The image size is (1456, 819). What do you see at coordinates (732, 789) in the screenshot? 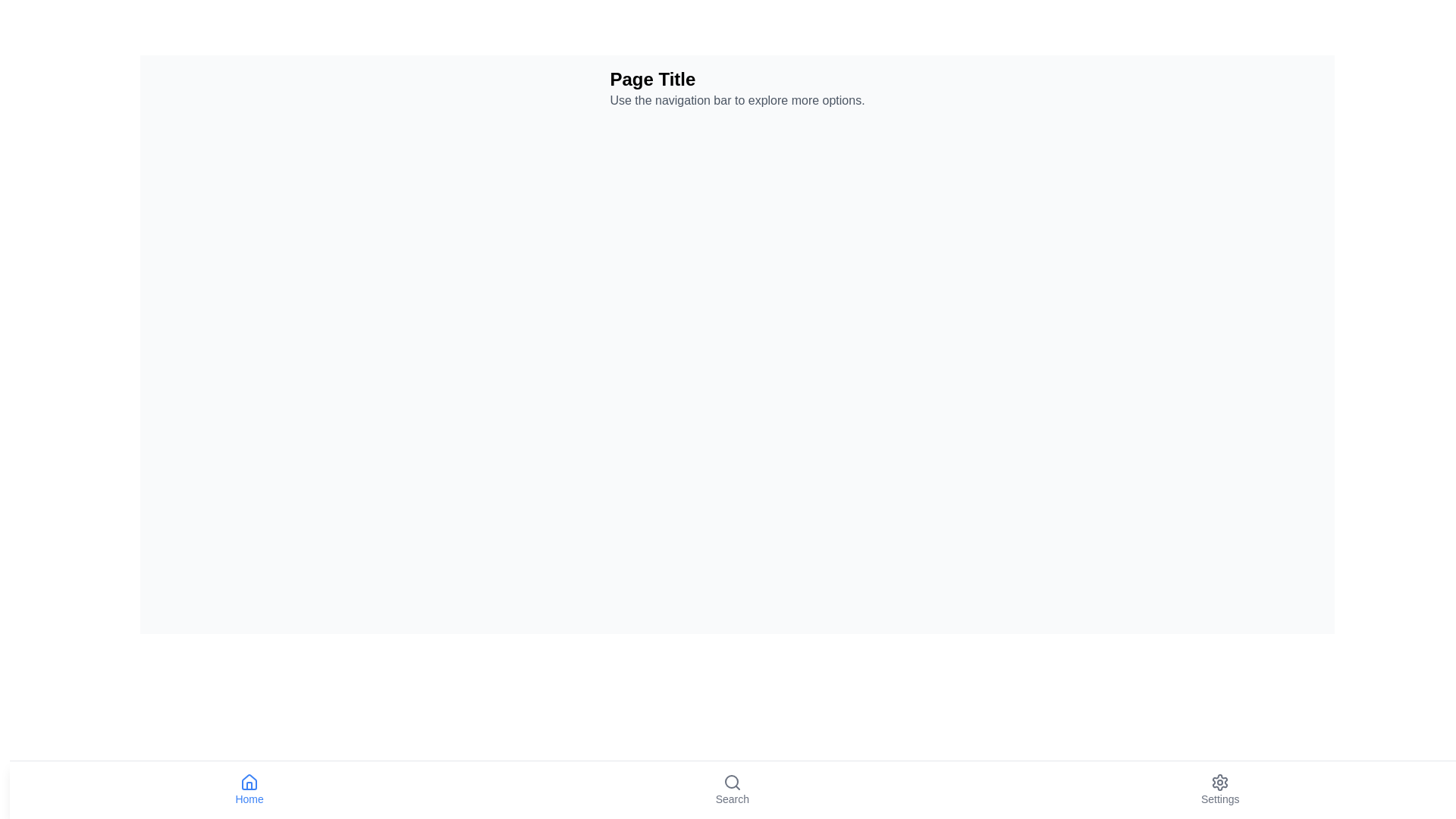
I see `the search button located in the center of the bottom navigation bar` at bounding box center [732, 789].